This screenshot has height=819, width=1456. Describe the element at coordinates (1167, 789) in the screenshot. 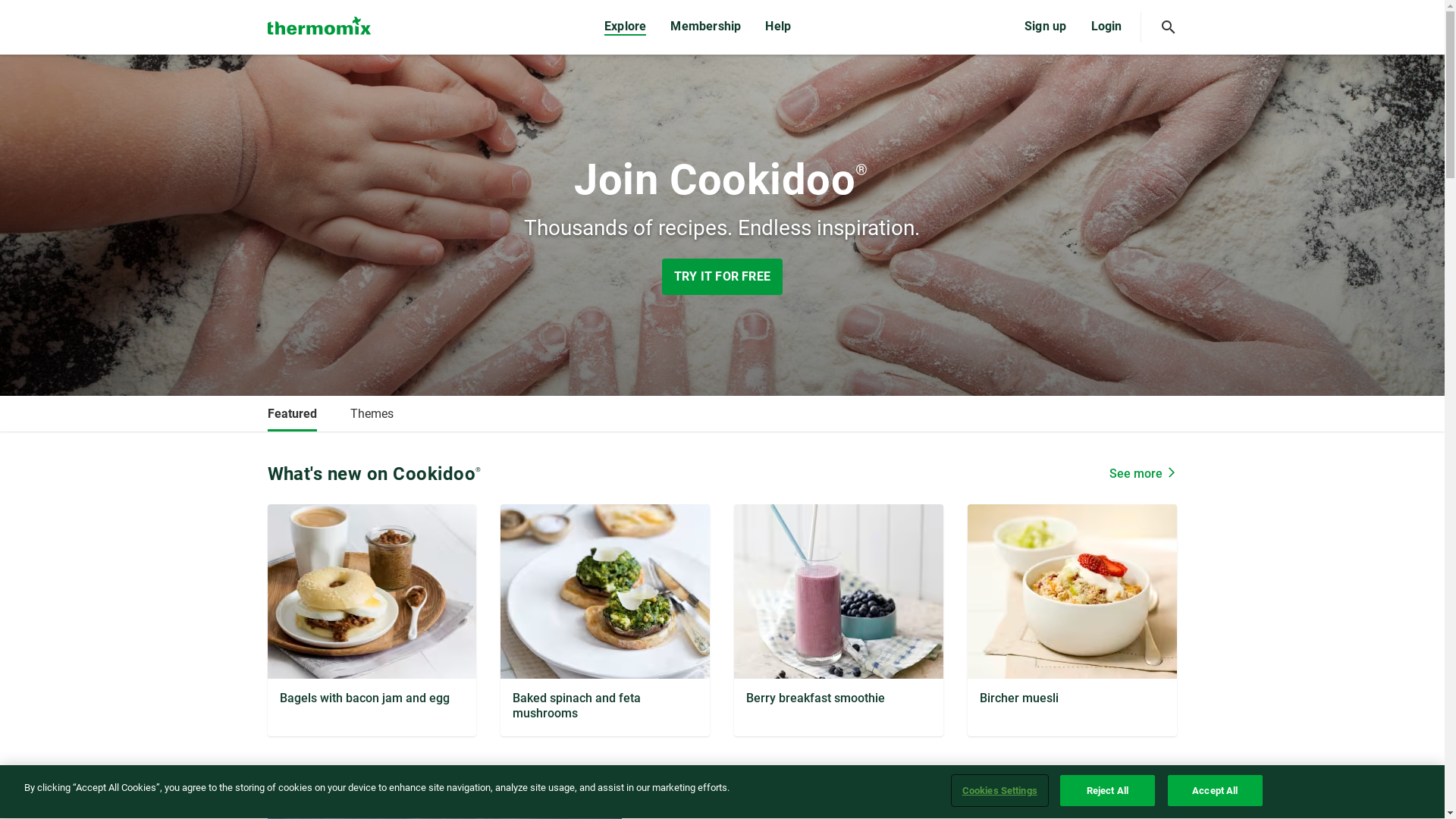

I see `'Accept All'` at that location.